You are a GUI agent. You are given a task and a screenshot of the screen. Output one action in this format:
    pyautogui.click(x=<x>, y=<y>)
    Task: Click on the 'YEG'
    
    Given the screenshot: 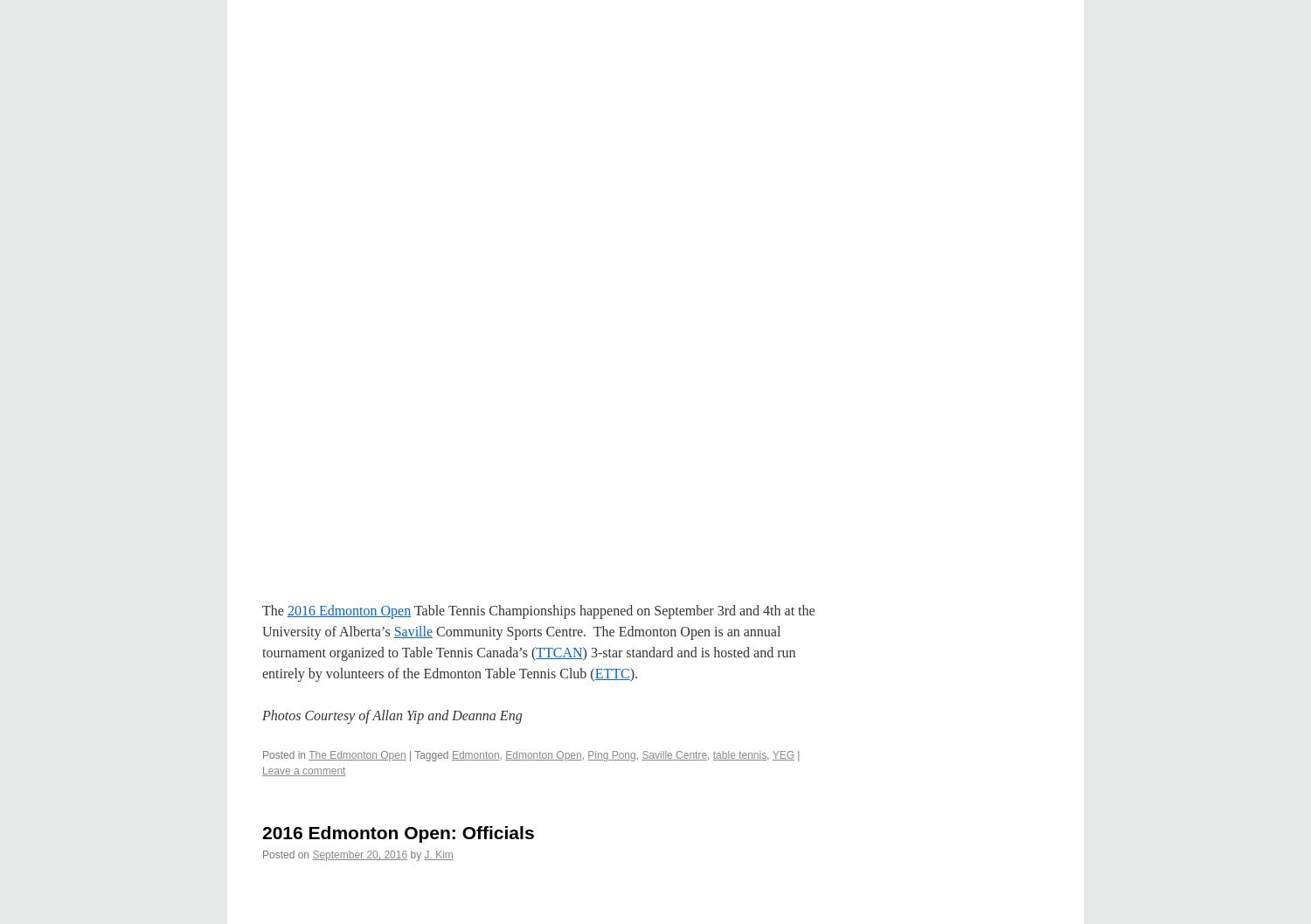 What is the action you would take?
    pyautogui.click(x=782, y=754)
    